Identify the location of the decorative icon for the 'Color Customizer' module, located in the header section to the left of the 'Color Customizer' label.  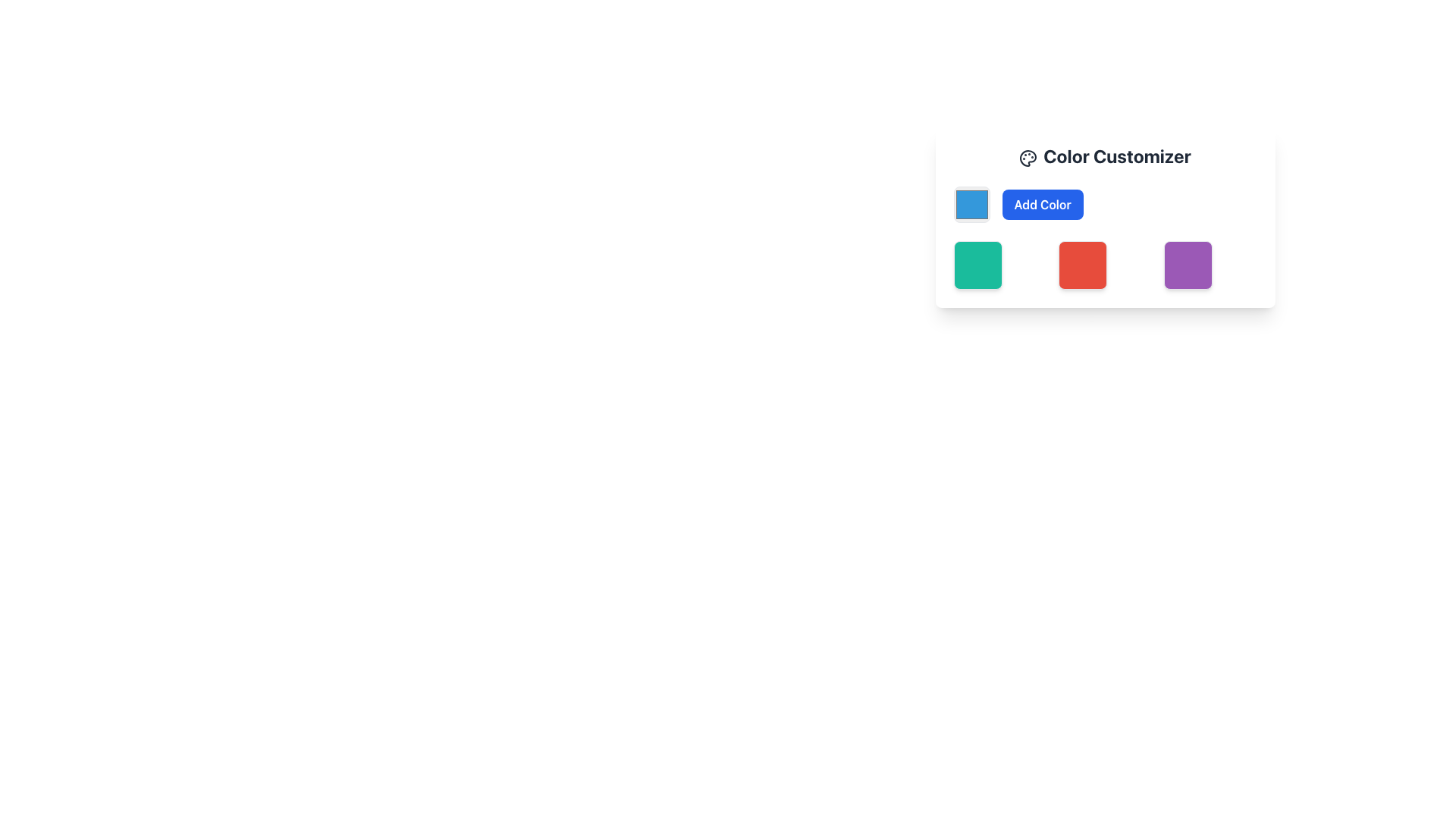
(1028, 158).